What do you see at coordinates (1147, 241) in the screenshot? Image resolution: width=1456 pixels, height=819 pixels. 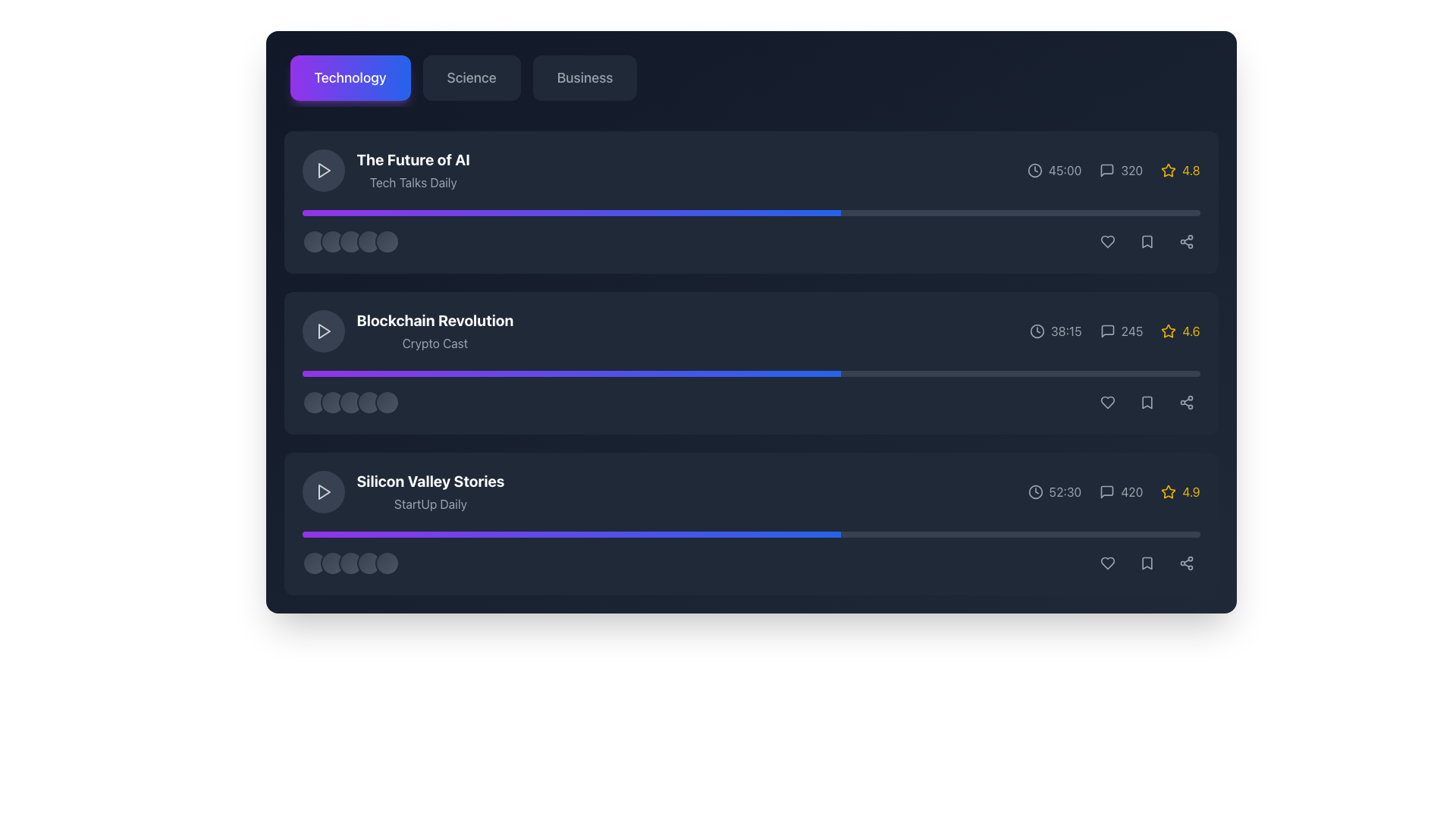 I see `the bookmark icon button, which is styled as a modern vector bookmark outline located on the far right of the middle entry in a vertical list of content items, adjacent to a heart icon on the left and a share icon on the right` at bounding box center [1147, 241].